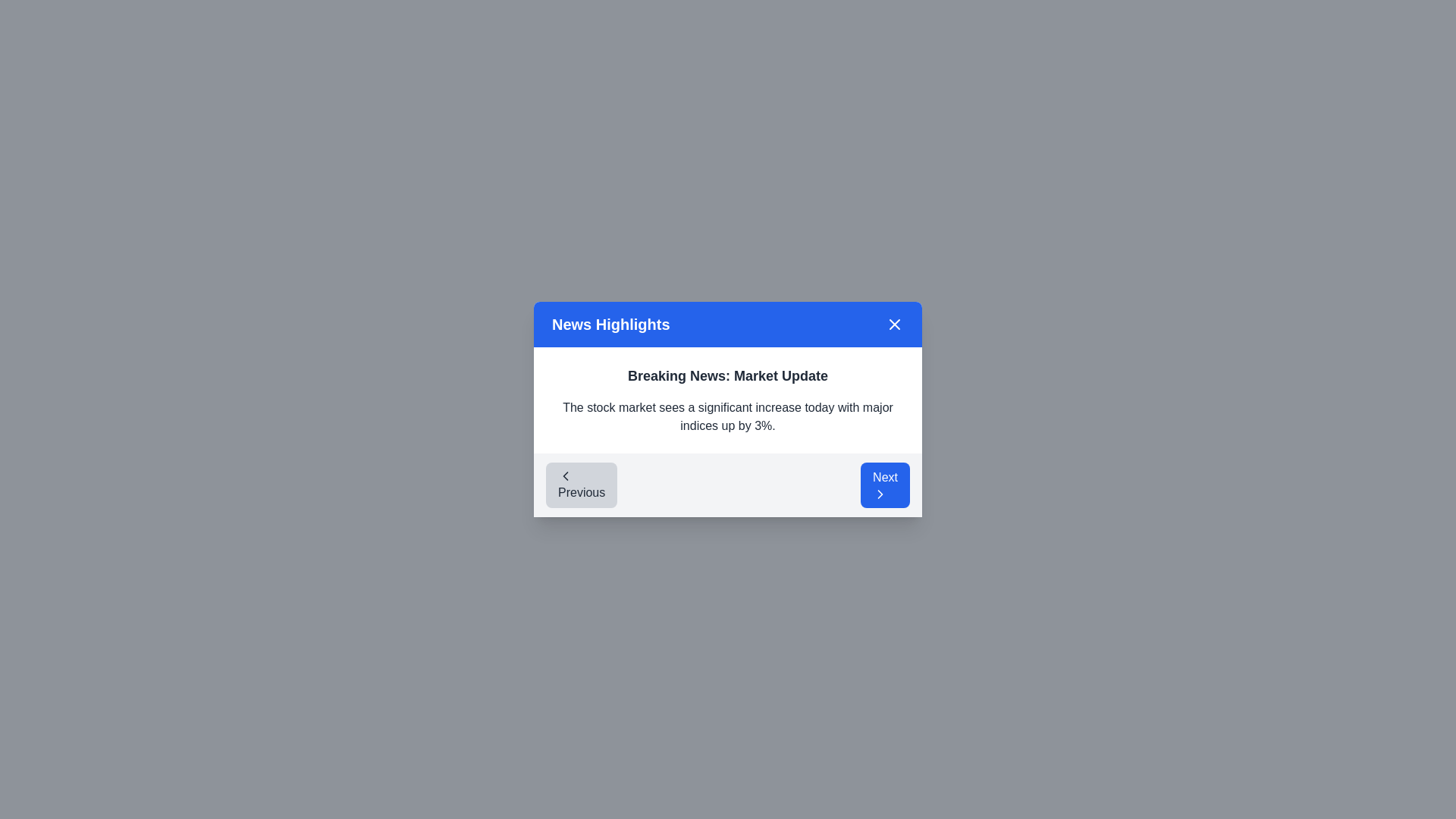 This screenshot has width=1456, height=819. I want to click on the small red and white cross icon (styled as a diagonal 'X') located in the top-right corner of the blue header labeled 'News Highlights', so click(895, 324).